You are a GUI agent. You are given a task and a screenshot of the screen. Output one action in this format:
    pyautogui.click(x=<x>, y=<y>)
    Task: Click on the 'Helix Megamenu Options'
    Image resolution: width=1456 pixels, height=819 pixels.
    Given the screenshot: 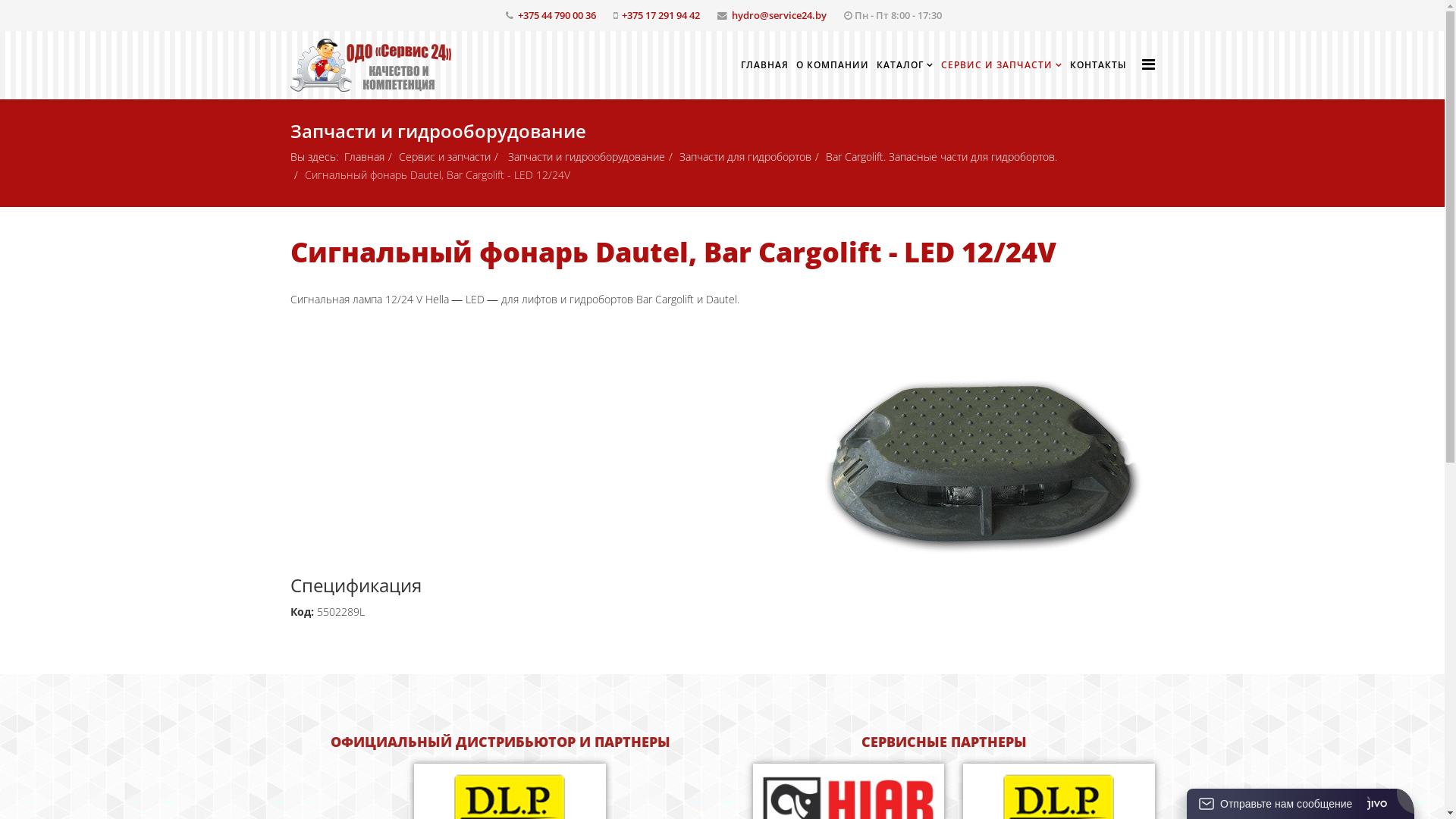 What is the action you would take?
    pyautogui.click(x=1148, y=63)
    